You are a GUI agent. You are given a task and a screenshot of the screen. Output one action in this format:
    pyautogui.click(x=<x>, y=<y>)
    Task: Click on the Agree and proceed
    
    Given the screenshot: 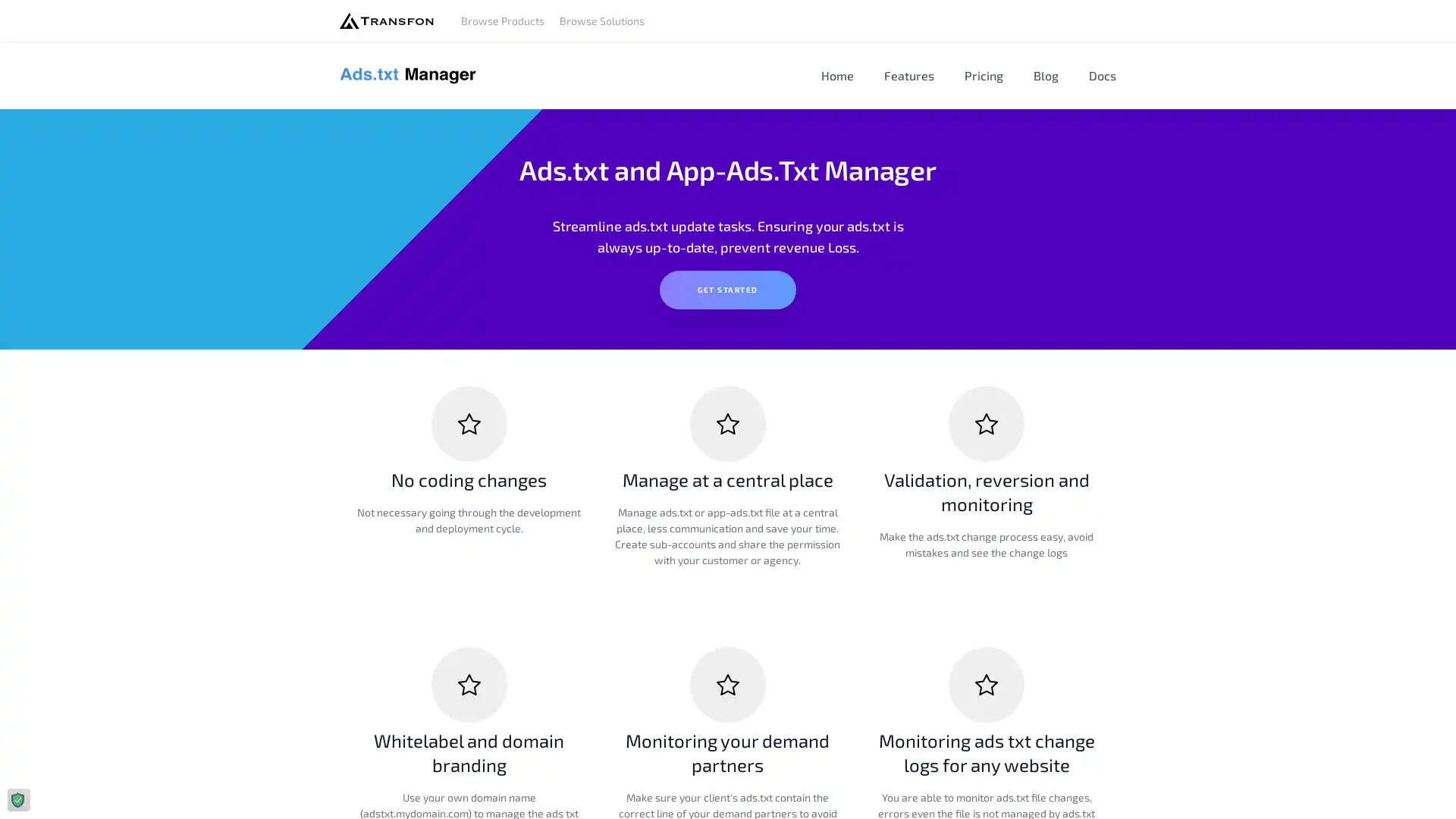 What is the action you would take?
    pyautogui.click(x=273, y=791)
    